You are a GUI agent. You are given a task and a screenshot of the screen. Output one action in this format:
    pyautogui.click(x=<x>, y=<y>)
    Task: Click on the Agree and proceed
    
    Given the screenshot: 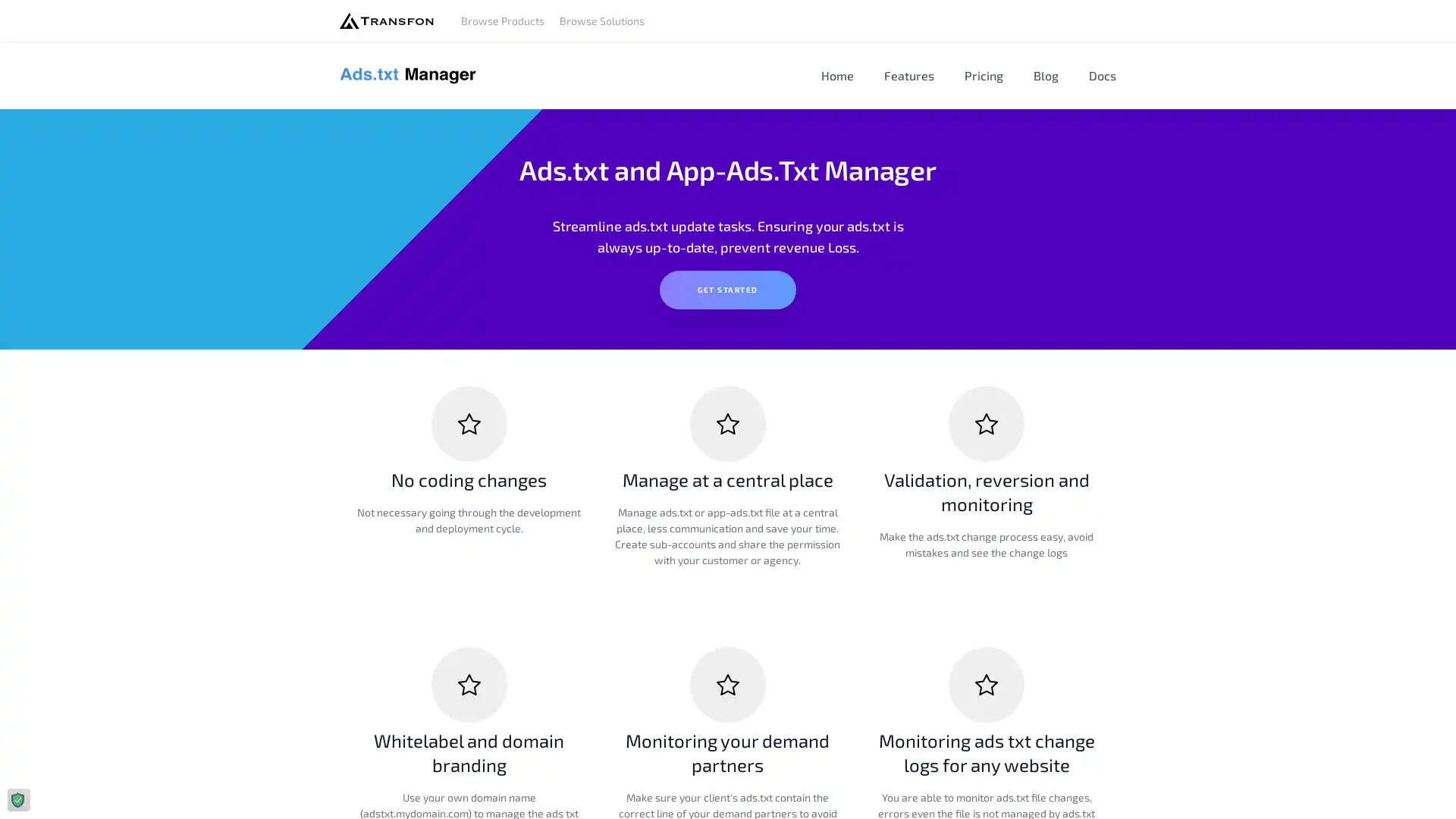 What is the action you would take?
    pyautogui.click(x=273, y=791)
    